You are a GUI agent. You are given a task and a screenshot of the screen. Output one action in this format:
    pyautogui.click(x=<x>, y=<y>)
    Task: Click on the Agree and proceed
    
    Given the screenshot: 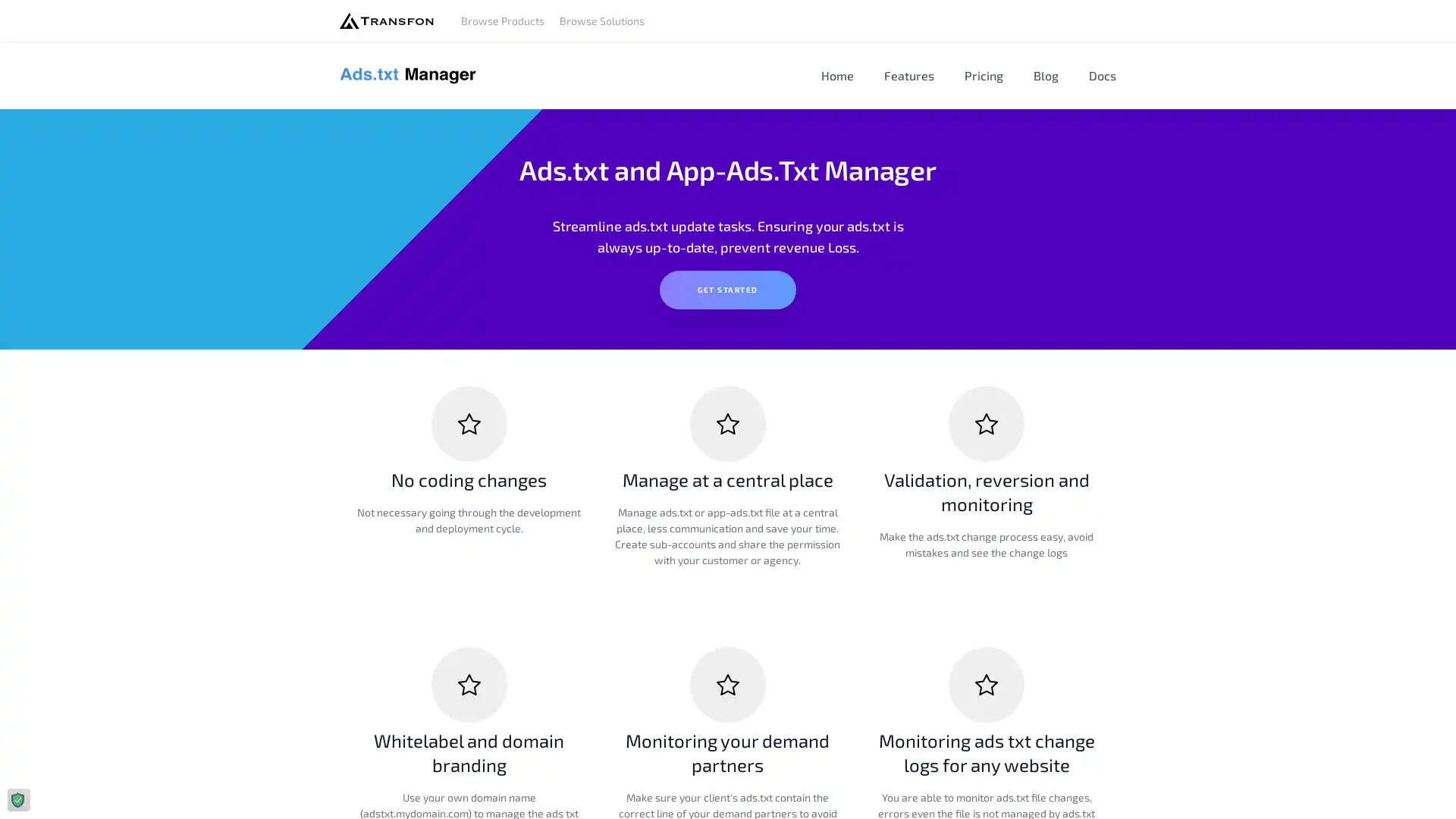 What is the action you would take?
    pyautogui.click(x=273, y=791)
    